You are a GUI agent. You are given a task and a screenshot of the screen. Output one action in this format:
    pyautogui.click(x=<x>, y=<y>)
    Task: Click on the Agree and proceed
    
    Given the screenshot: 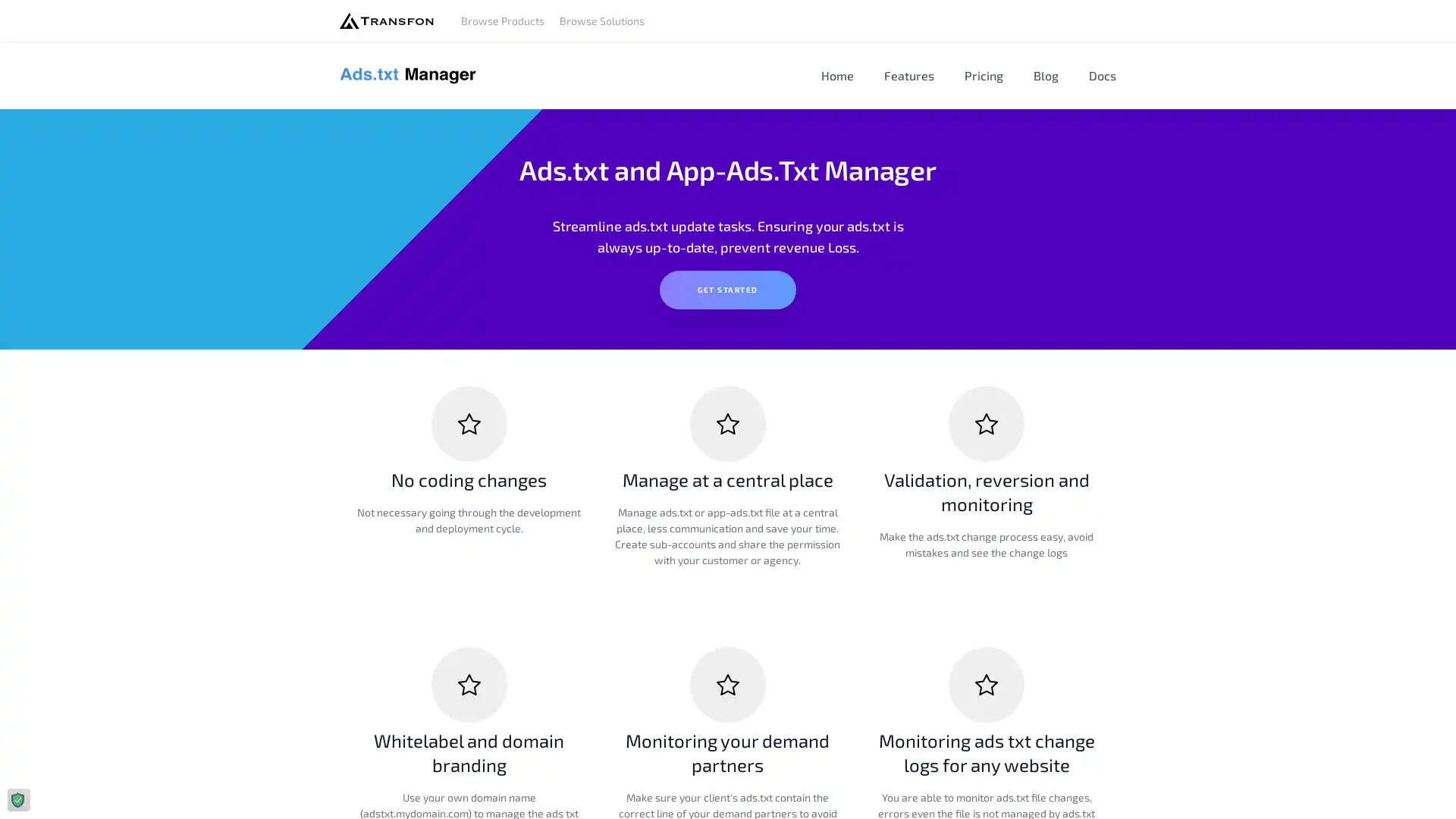 What is the action you would take?
    pyautogui.click(x=273, y=791)
    